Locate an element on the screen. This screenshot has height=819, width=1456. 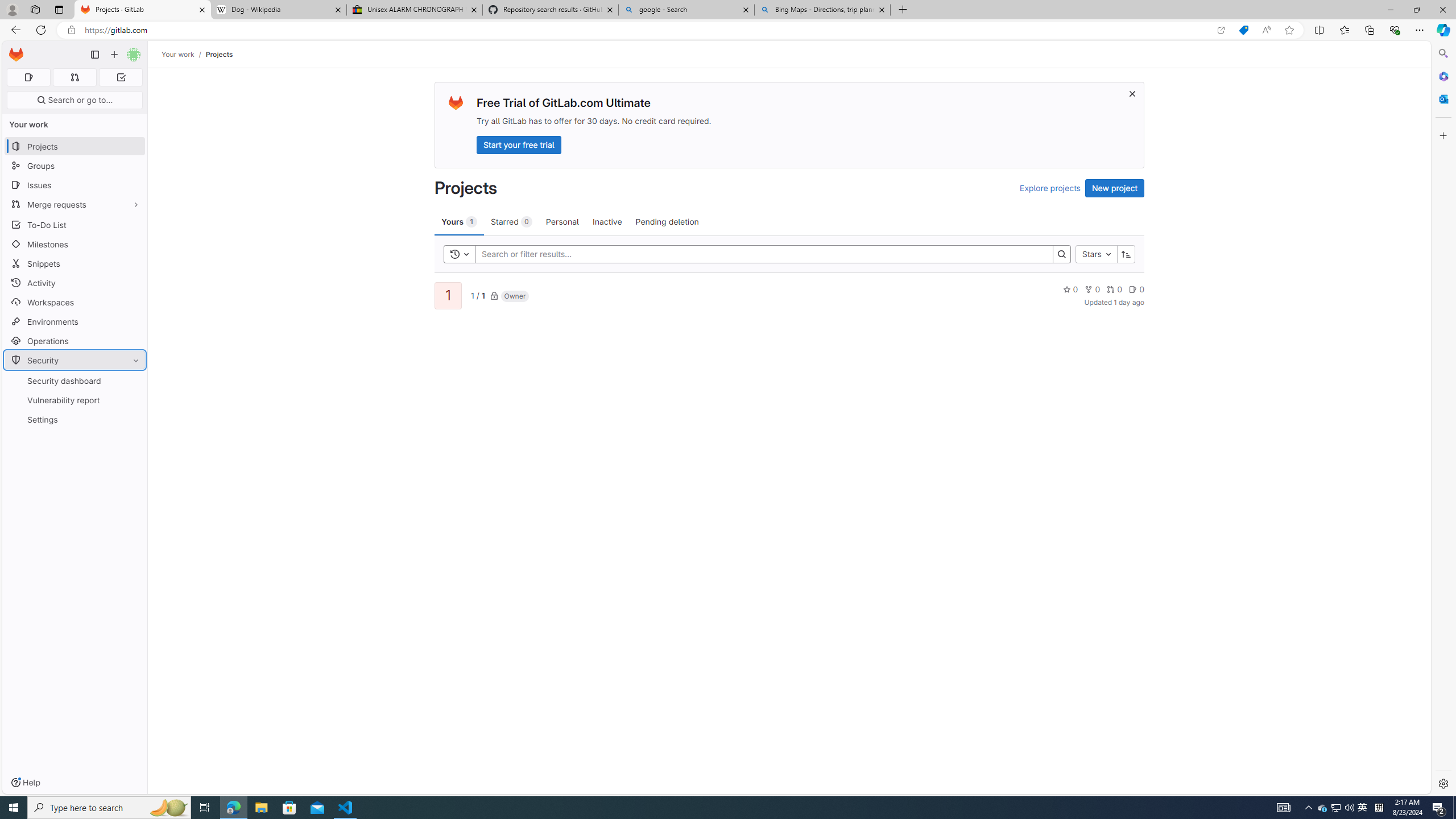
'New project' is located at coordinates (1114, 187).